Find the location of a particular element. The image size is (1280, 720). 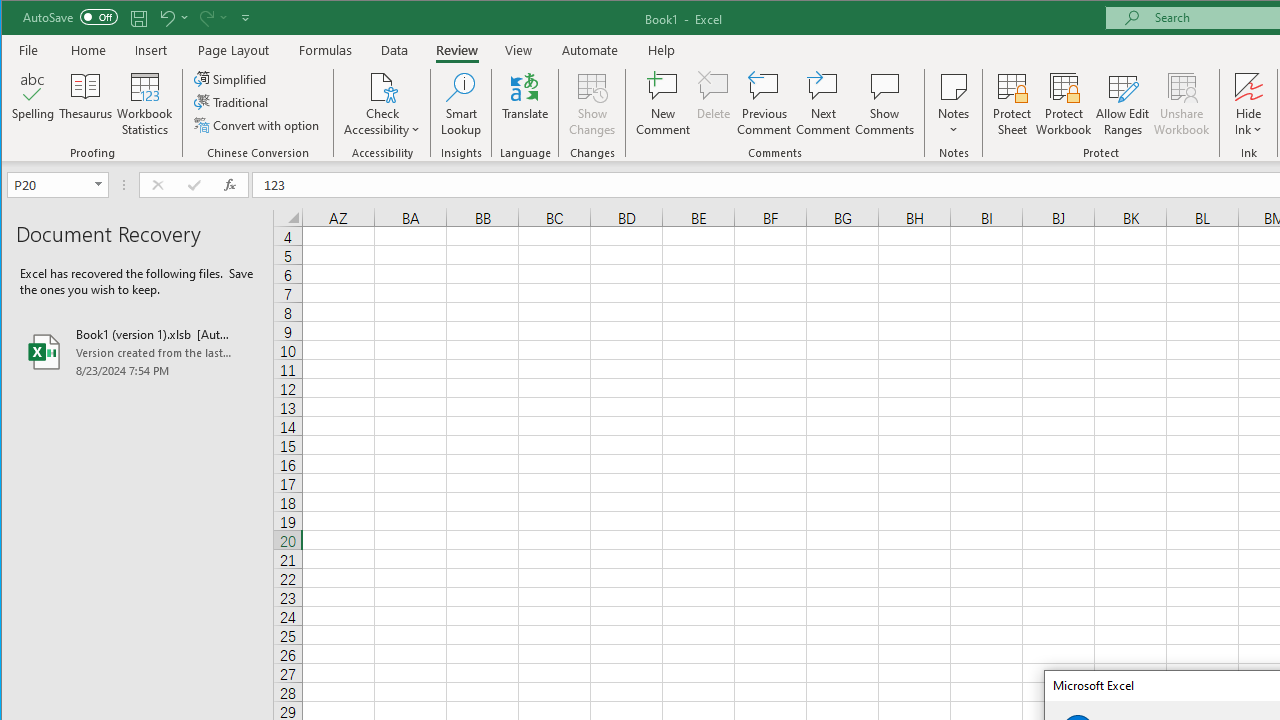

'Translate' is located at coordinates (525, 104).